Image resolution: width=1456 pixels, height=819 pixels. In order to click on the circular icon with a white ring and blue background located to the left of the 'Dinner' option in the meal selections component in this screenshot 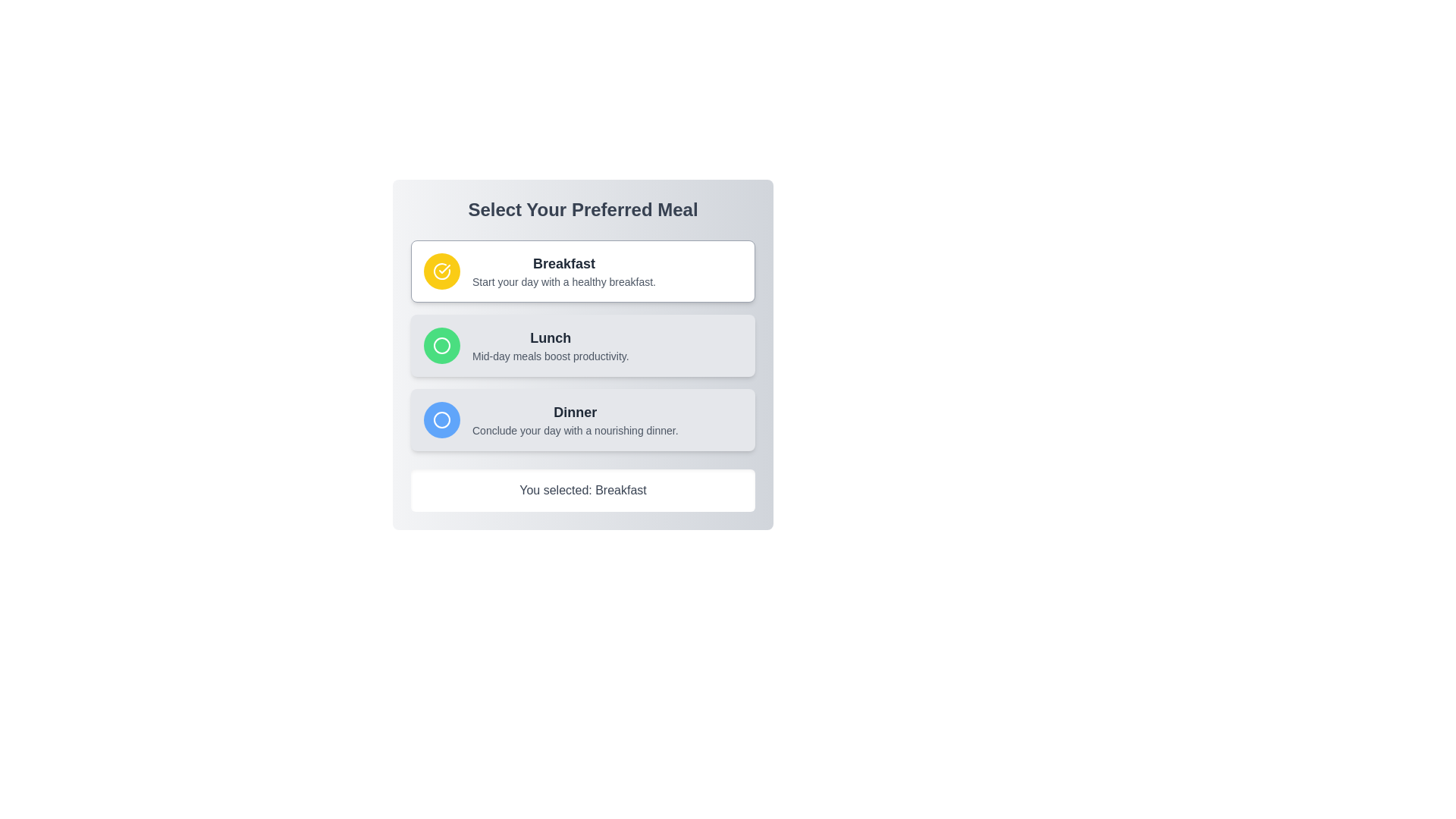, I will do `click(441, 420)`.